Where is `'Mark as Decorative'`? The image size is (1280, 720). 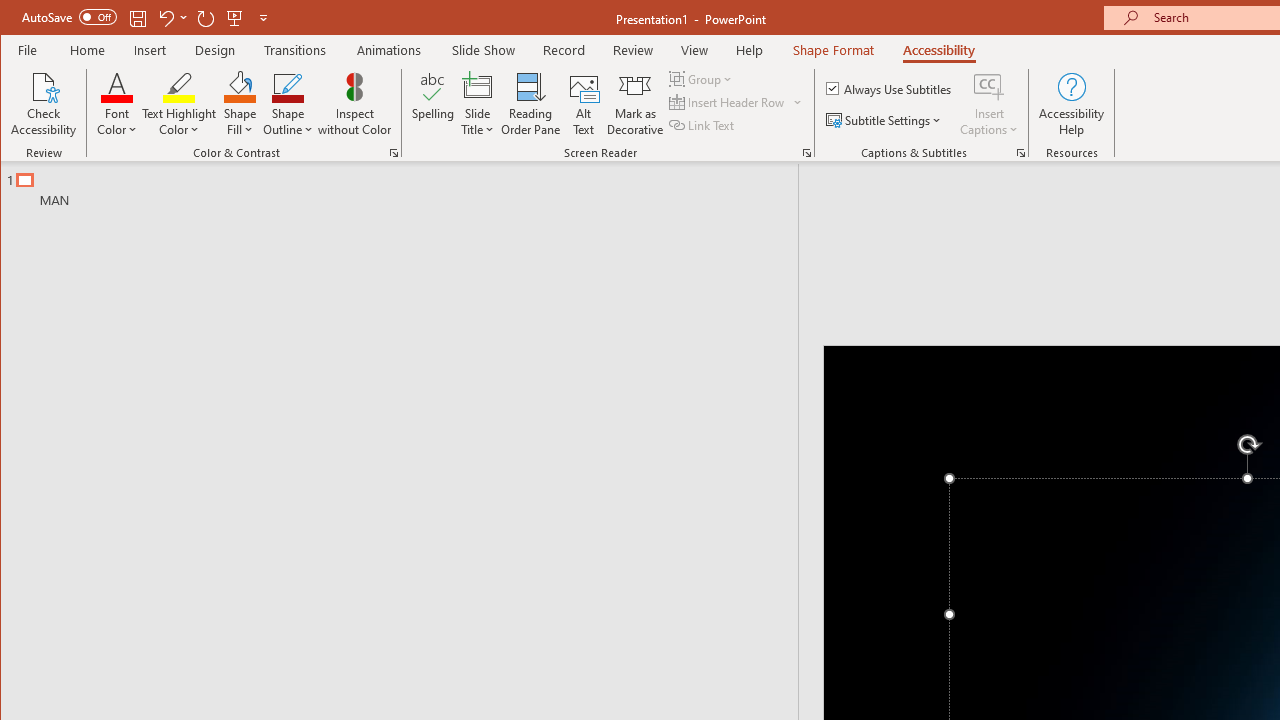 'Mark as Decorative' is located at coordinates (634, 104).